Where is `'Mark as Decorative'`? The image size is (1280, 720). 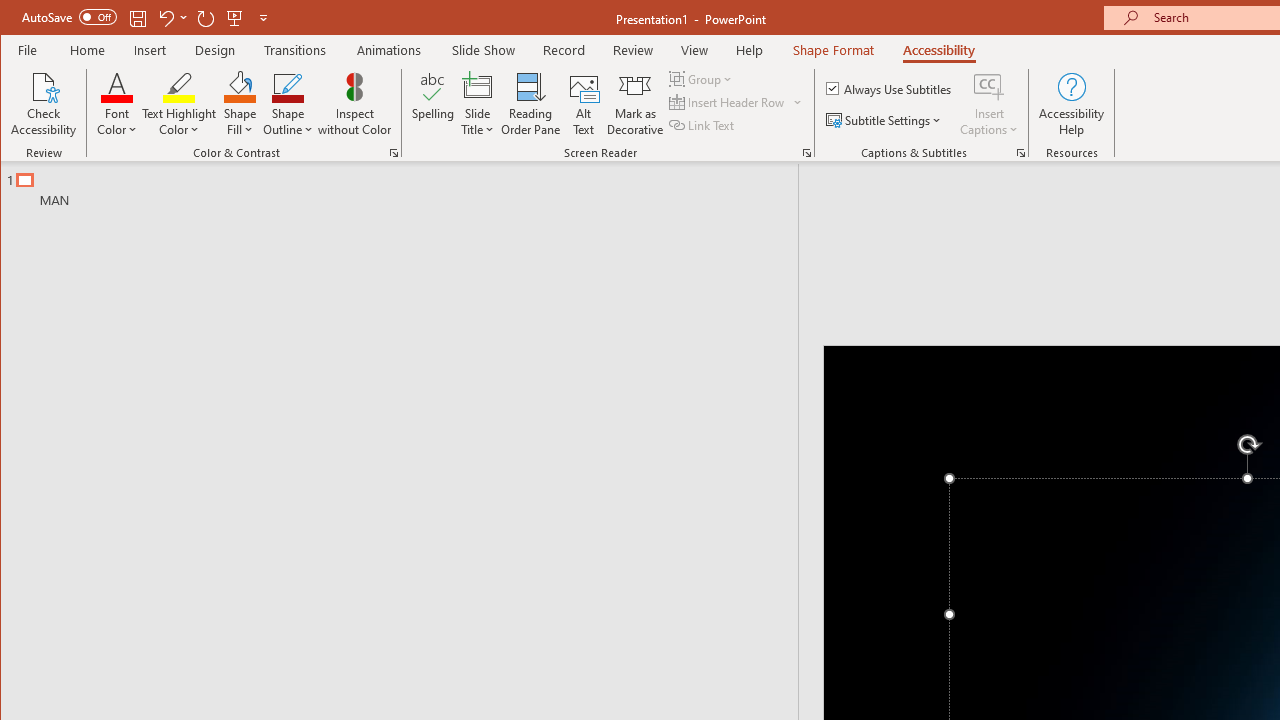 'Mark as Decorative' is located at coordinates (634, 104).